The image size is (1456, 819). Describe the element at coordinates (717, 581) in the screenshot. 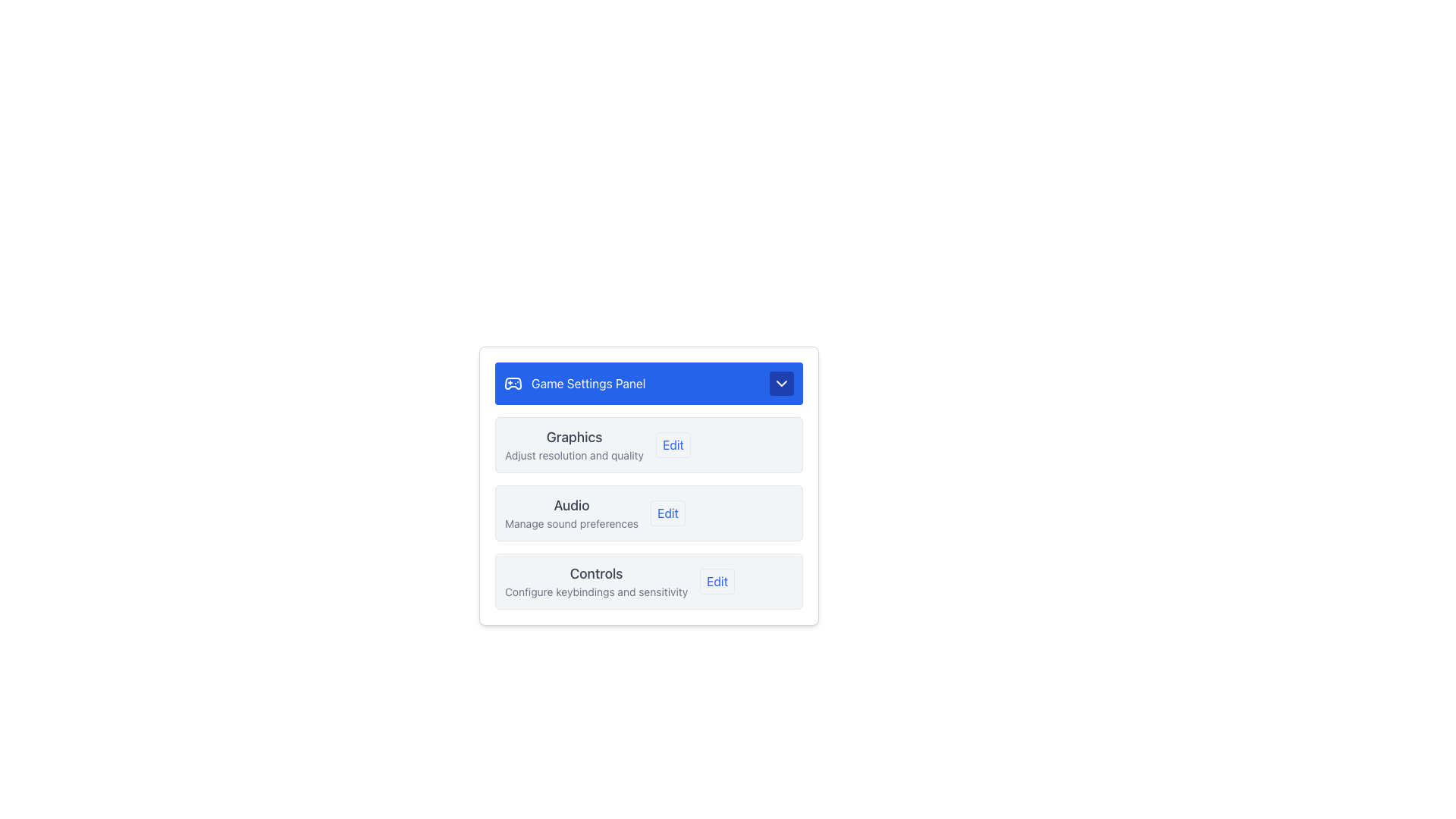

I see `the edit button located in the Controls section of the Game Settings Panel to invoke the edit functionality` at that location.